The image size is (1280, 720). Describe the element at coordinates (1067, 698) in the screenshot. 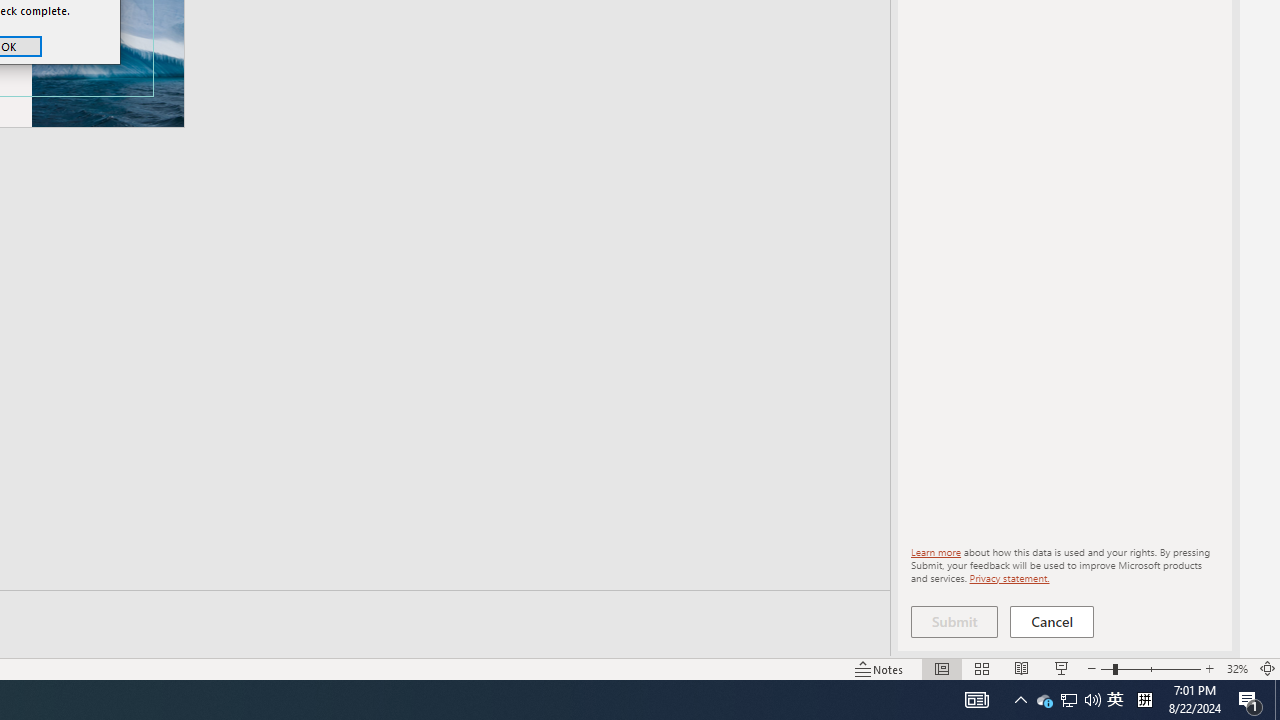

I see `'User Promoted Notification Area'` at that location.